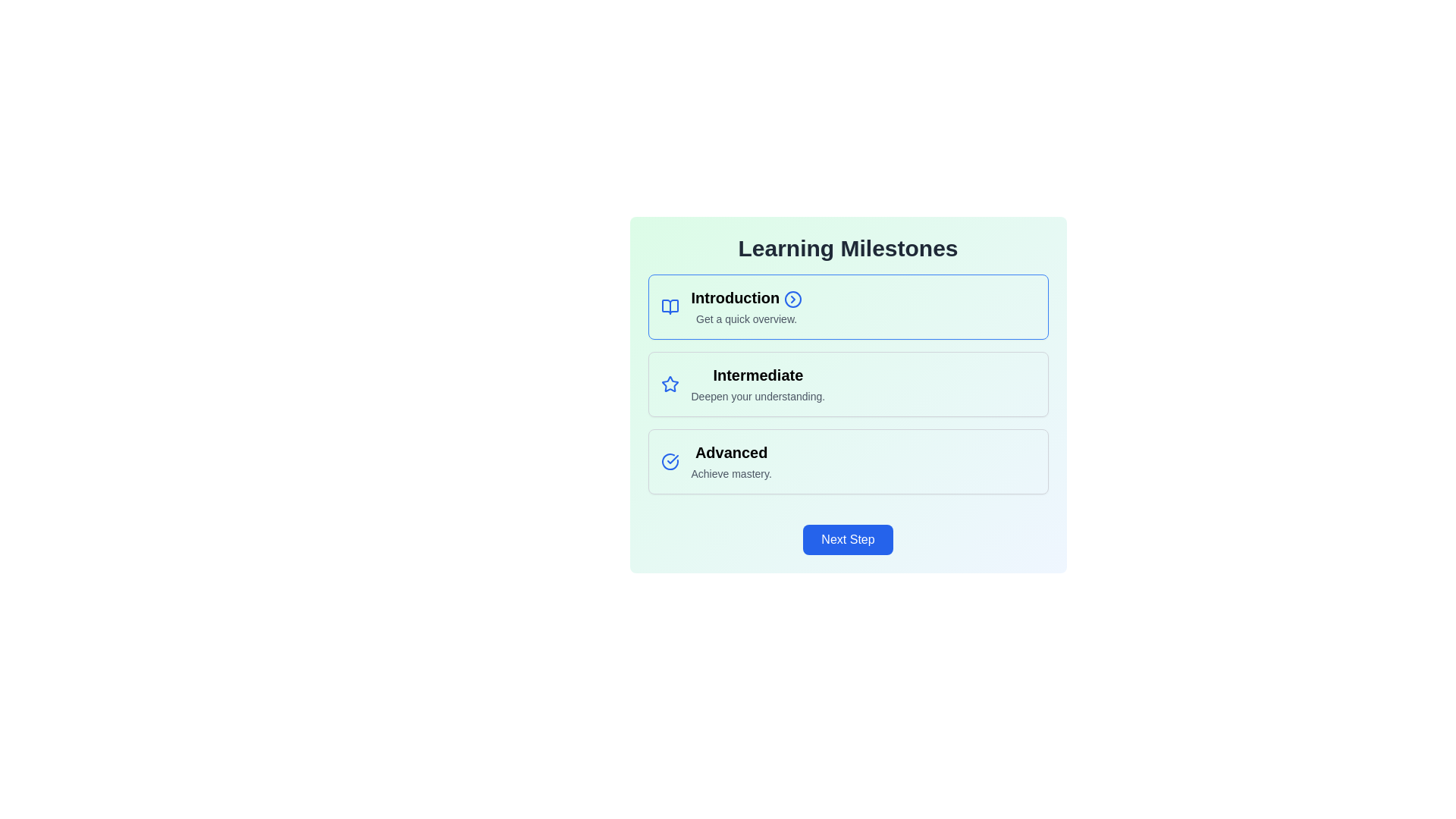  Describe the element at coordinates (792, 299) in the screenshot. I see `the navigational icon located at the rightmost position within the 'Introduction' card` at that location.